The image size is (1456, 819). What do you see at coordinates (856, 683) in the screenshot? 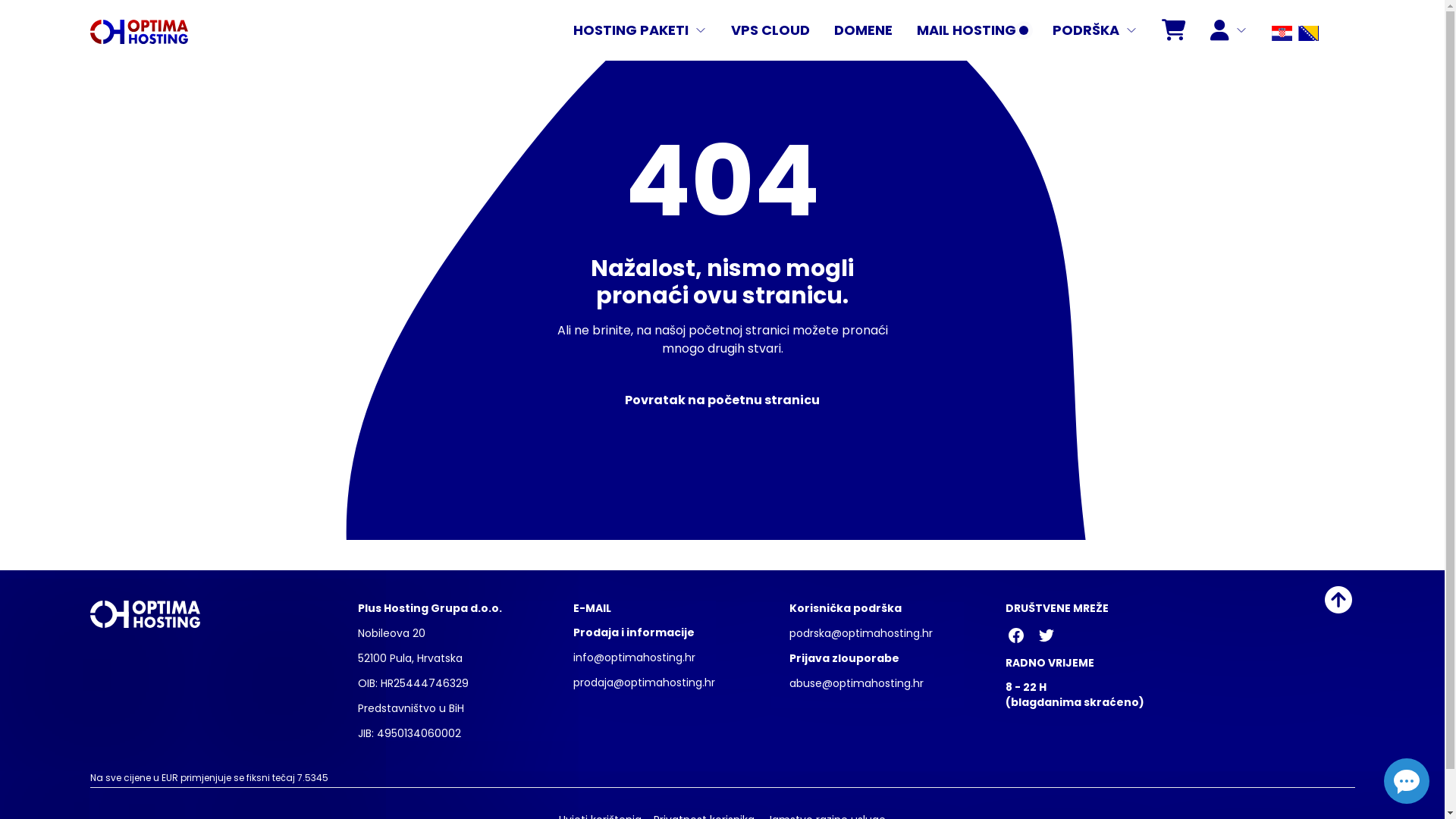
I see `'abuse@optimahosting.hr'` at bounding box center [856, 683].